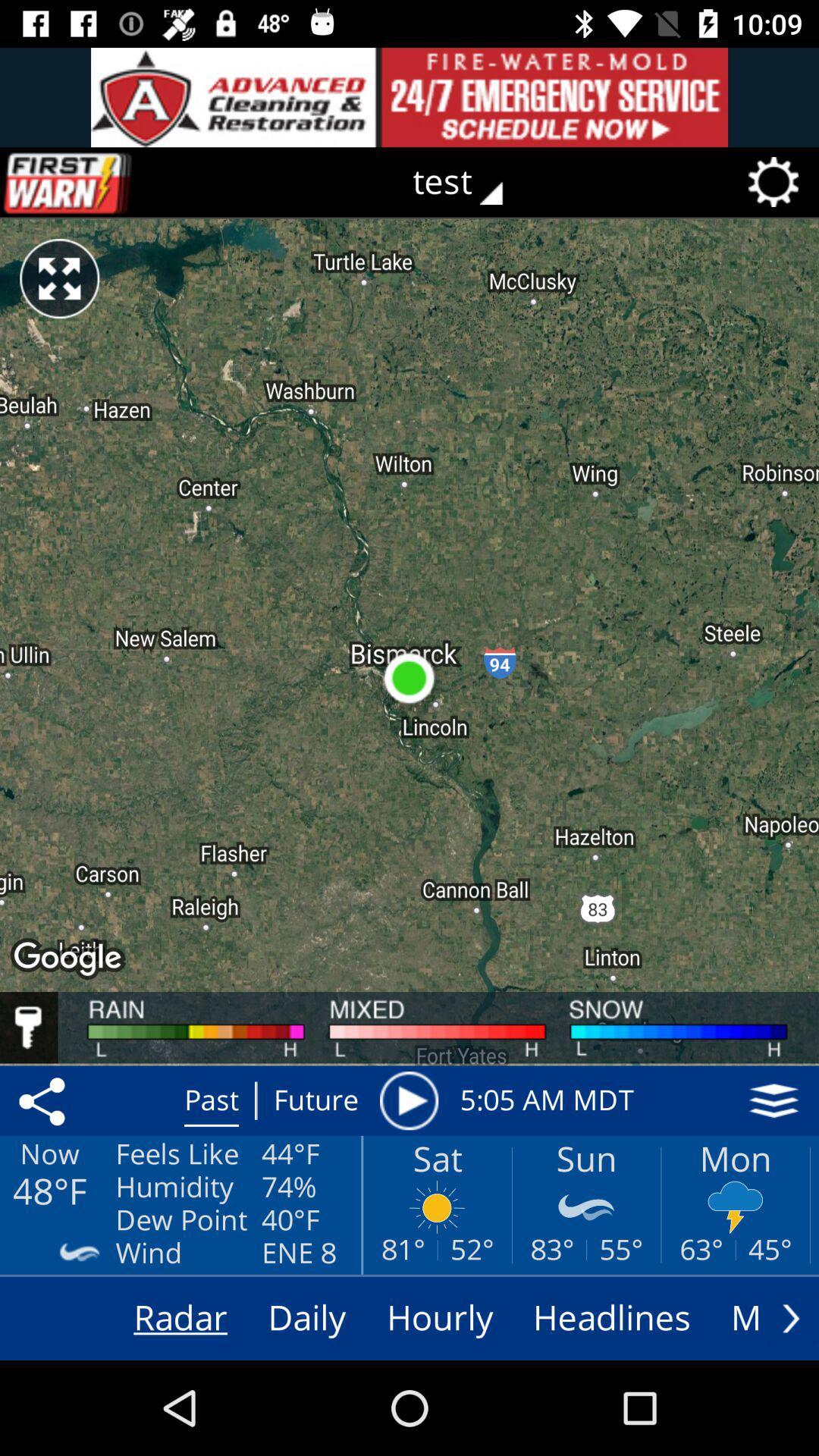  Describe the element at coordinates (408, 1100) in the screenshot. I see `video` at that location.